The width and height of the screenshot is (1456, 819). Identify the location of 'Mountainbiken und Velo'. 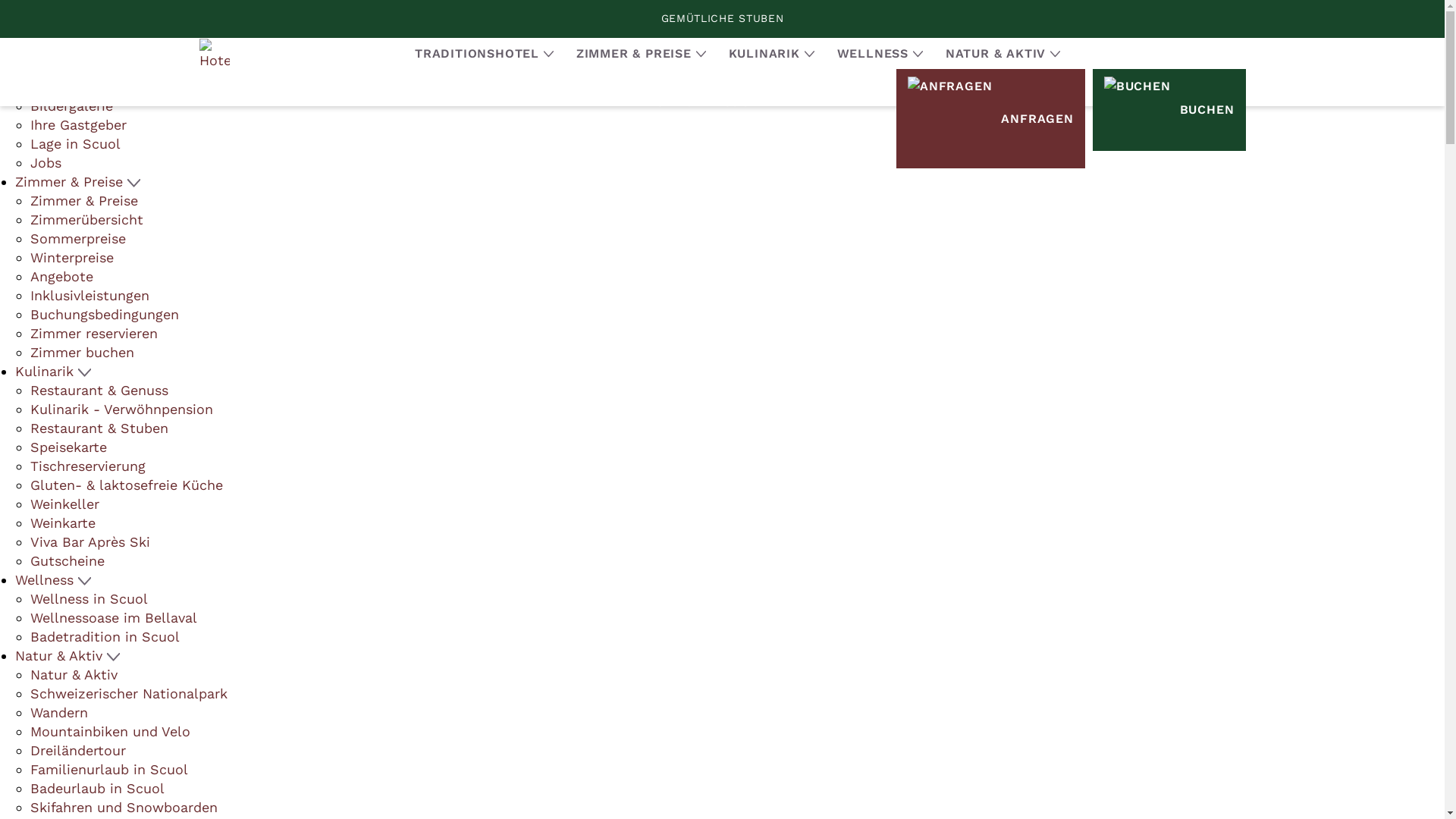
(109, 730).